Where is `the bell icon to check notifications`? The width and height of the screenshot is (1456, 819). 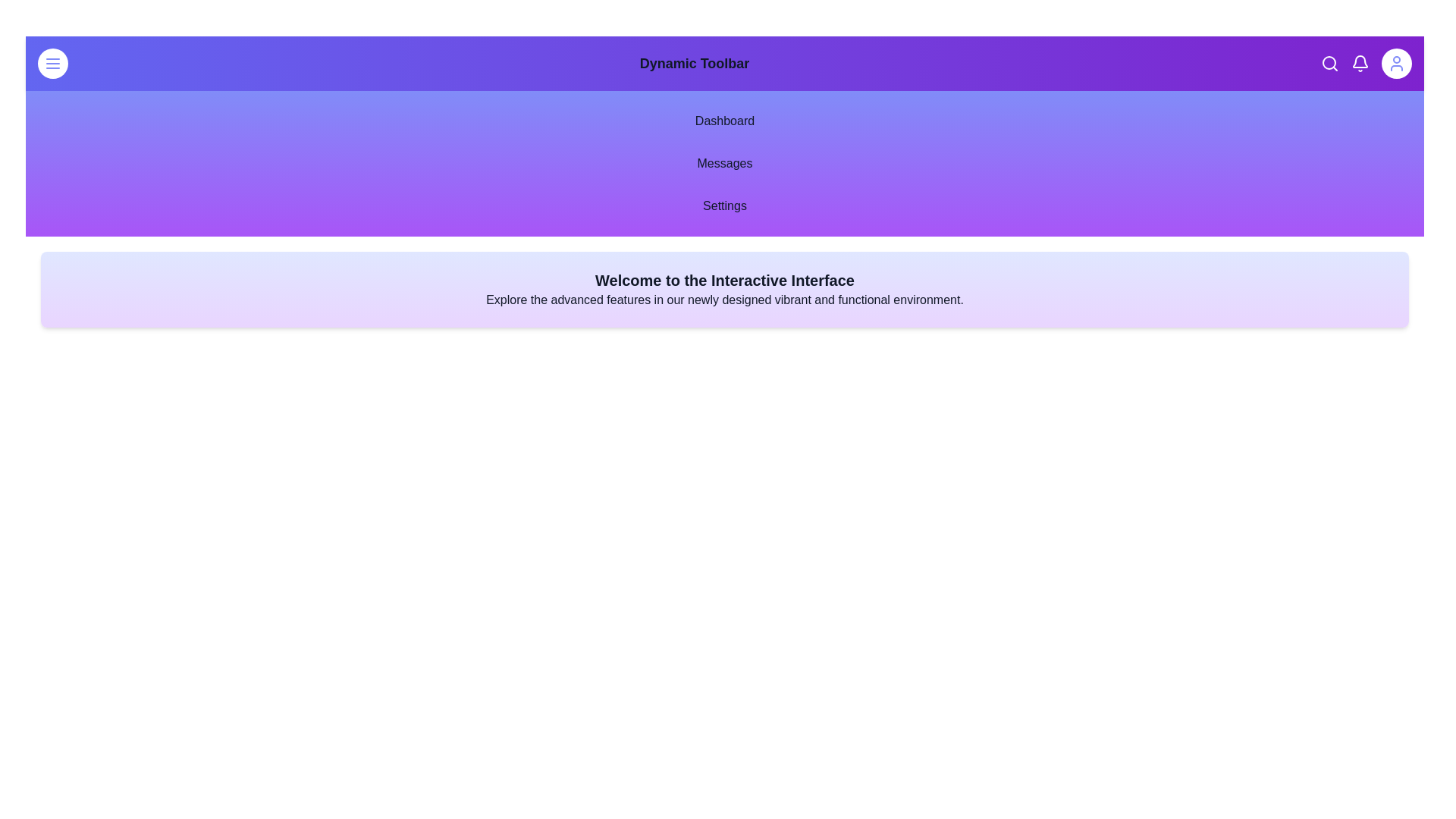 the bell icon to check notifications is located at coordinates (1360, 63).